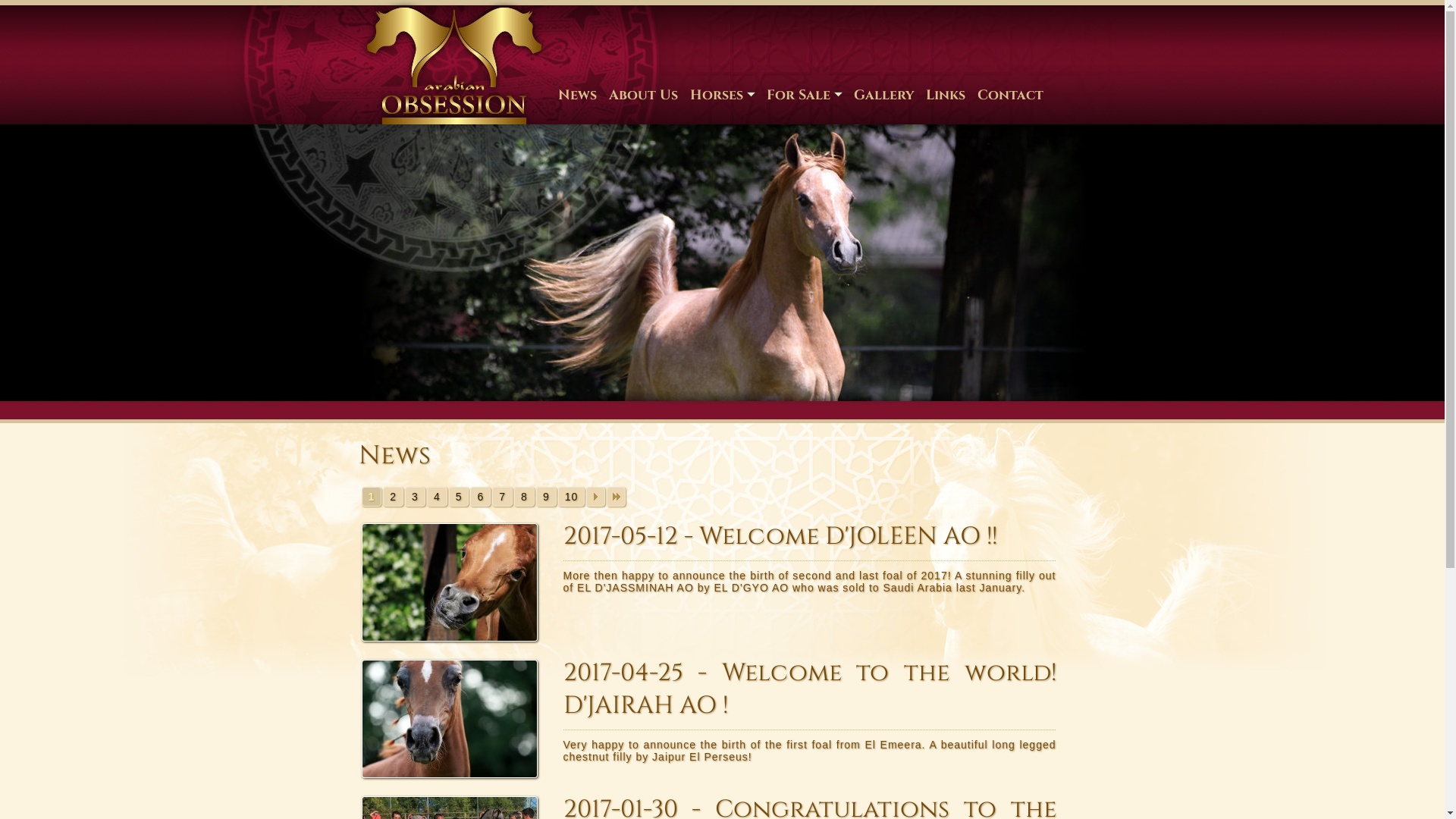  What do you see at coordinates (883, 94) in the screenshot?
I see `'Gallery'` at bounding box center [883, 94].